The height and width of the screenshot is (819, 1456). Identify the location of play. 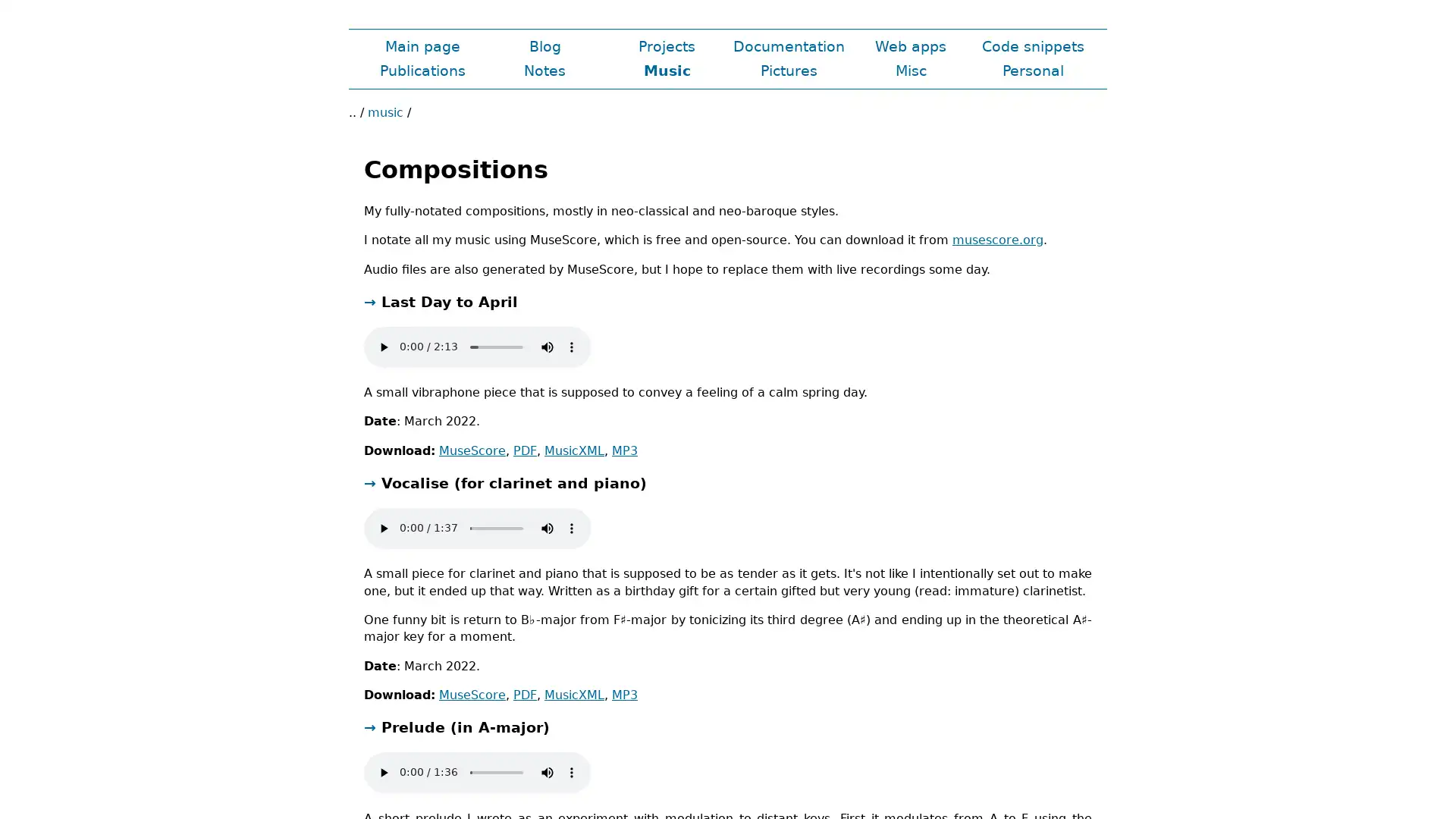
(383, 526).